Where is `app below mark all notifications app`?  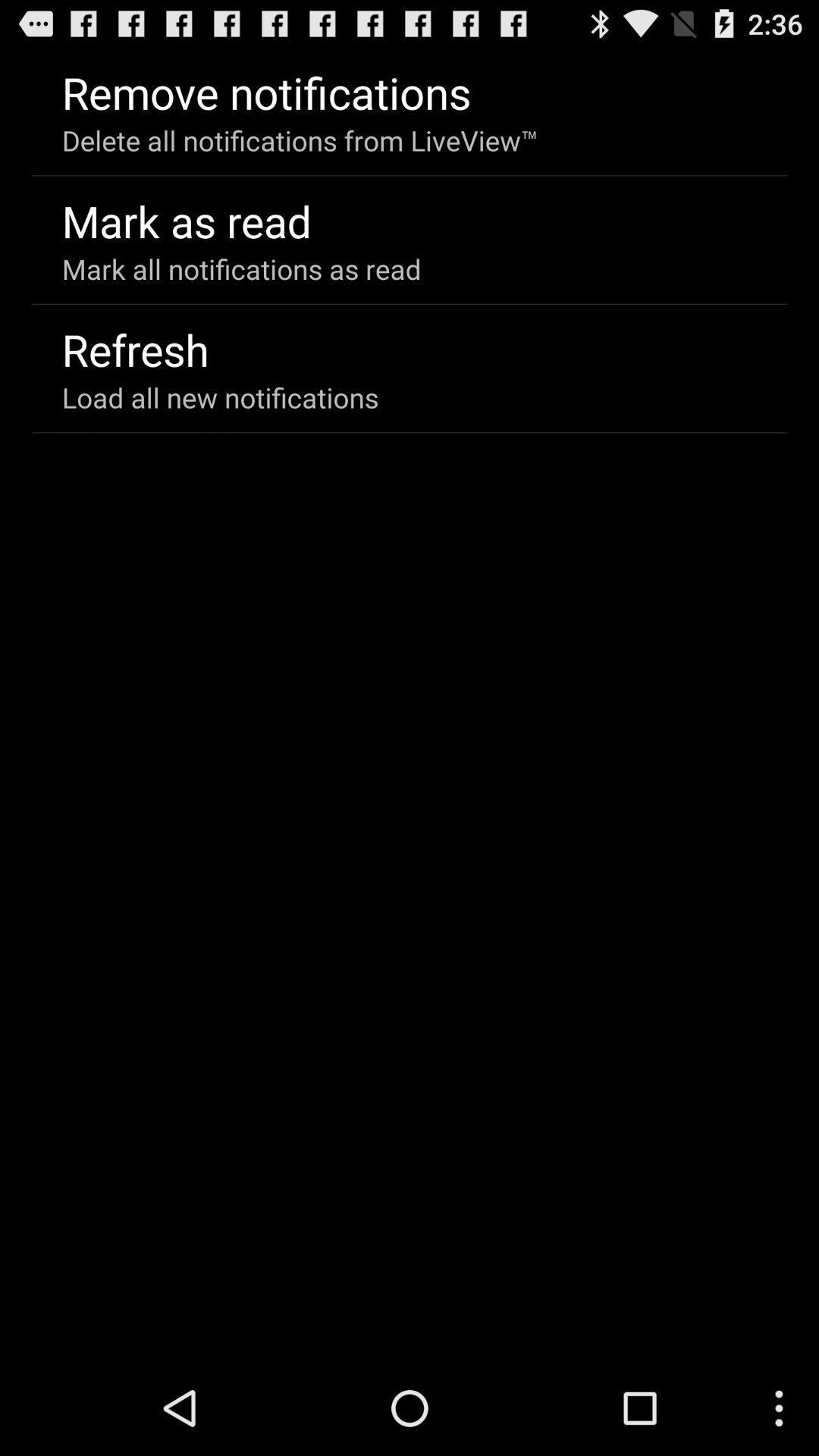
app below mark all notifications app is located at coordinates (134, 348).